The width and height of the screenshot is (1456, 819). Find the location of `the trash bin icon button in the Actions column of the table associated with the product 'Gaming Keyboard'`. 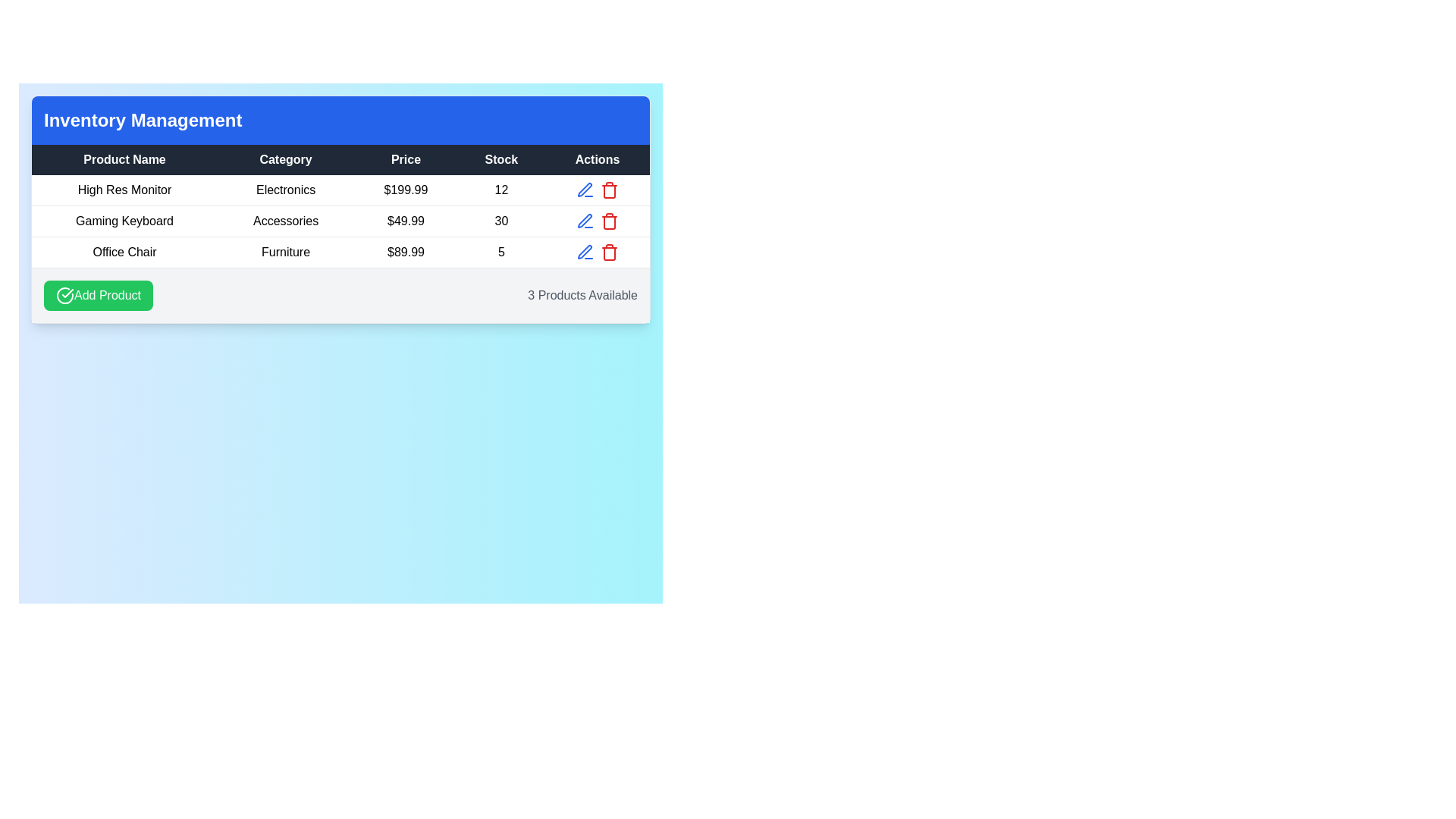

the trash bin icon button in the Actions column of the table associated with the product 'Gaming Keyboard' is located at coordinates (609, 221).